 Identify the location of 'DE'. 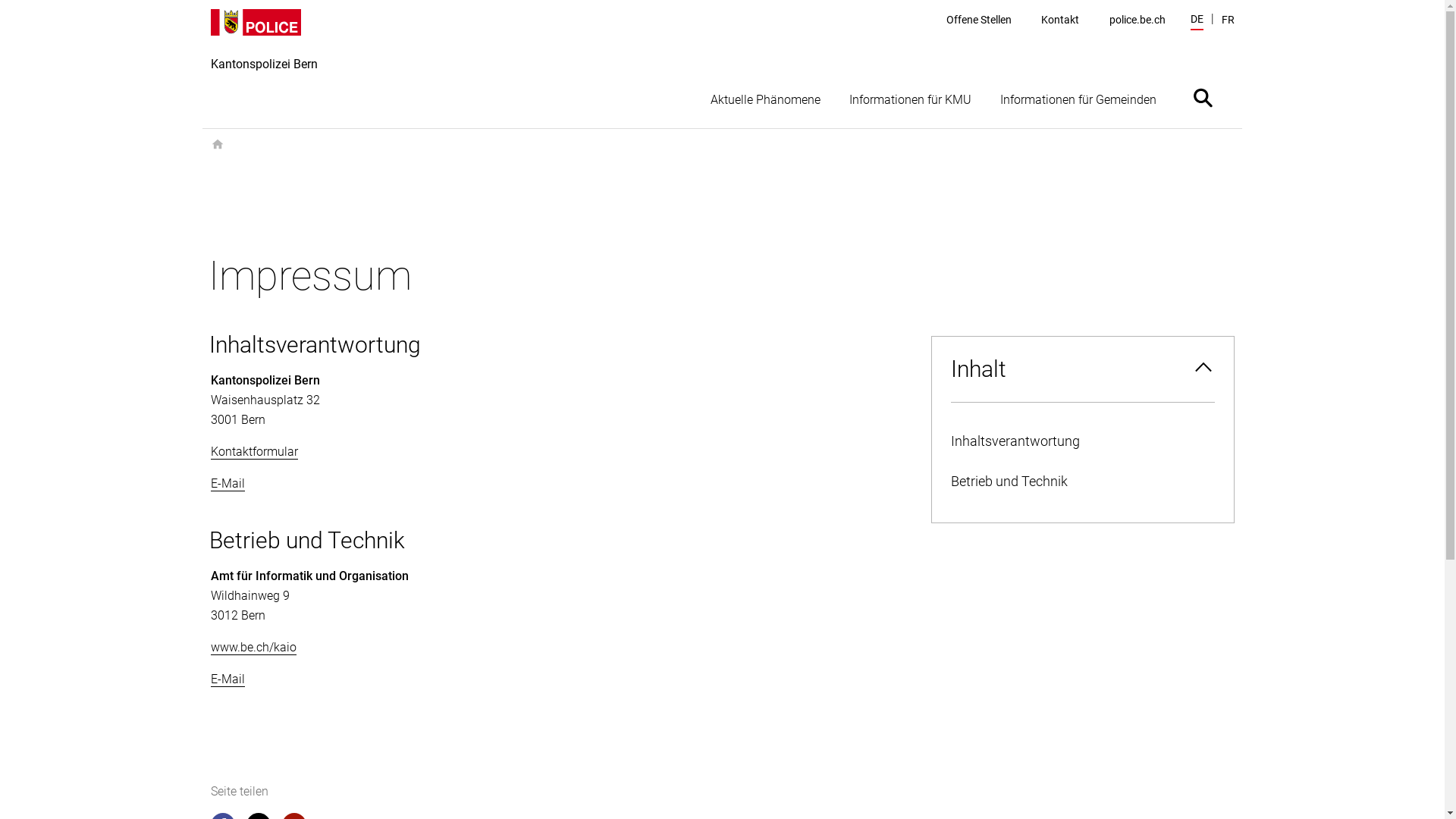
(1196, 20).